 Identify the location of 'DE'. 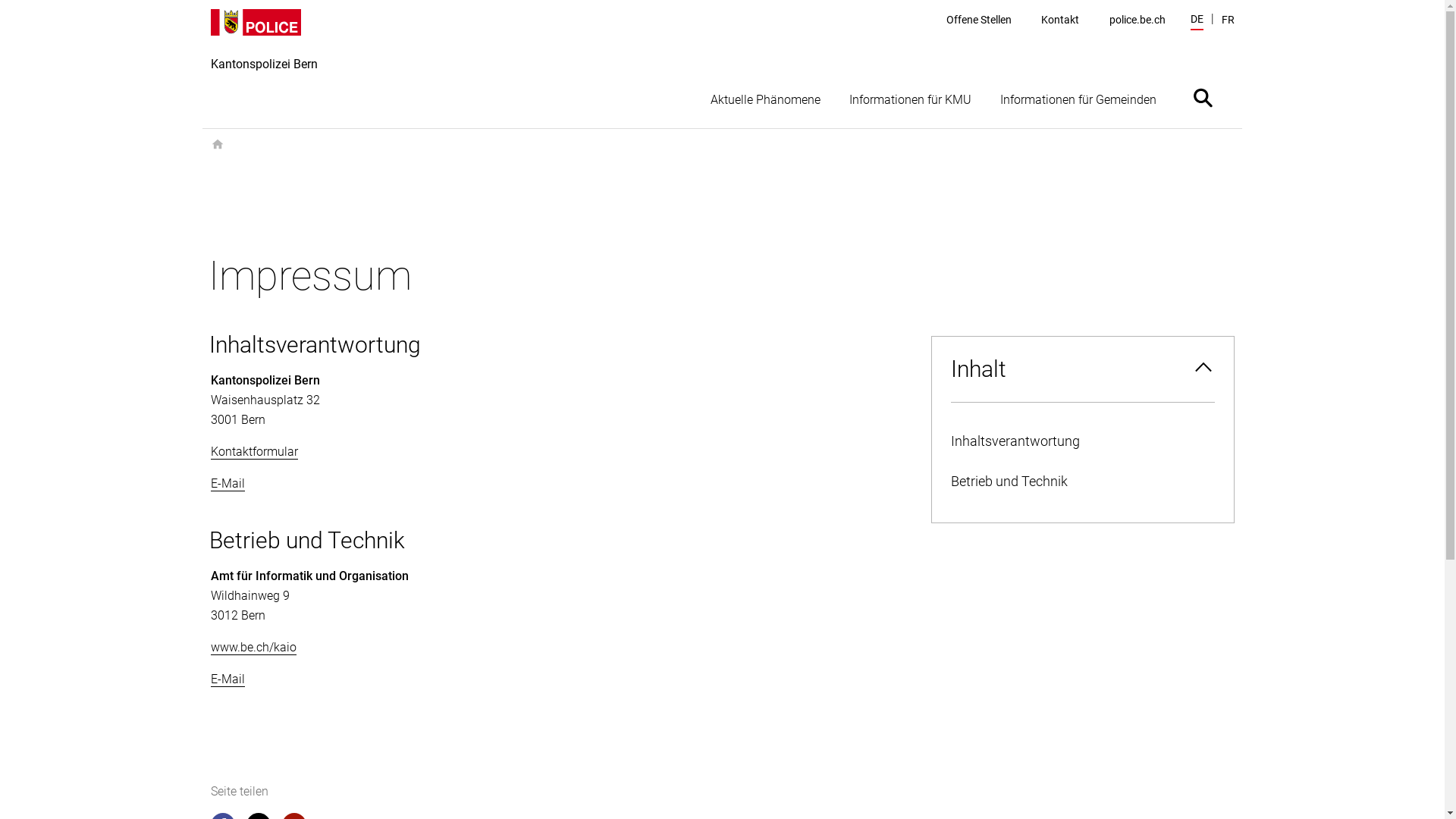
(1196, 20).